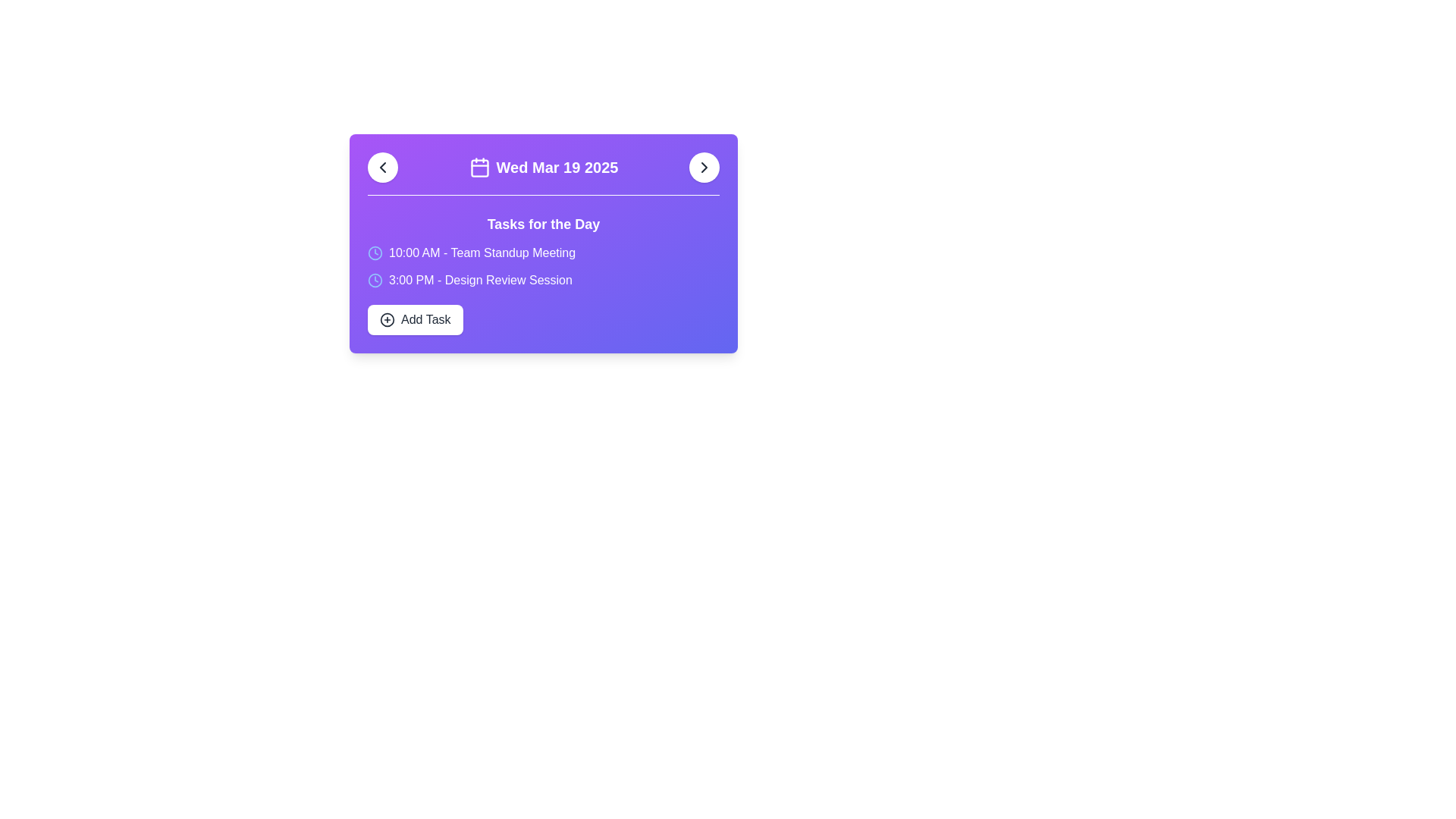  Describe the element at coordinates (704, 167) in the screenshot. I see `the right-facing chevron icon styled in black, located within a circular button on the rightmost edge of a card-like layout` at that location.